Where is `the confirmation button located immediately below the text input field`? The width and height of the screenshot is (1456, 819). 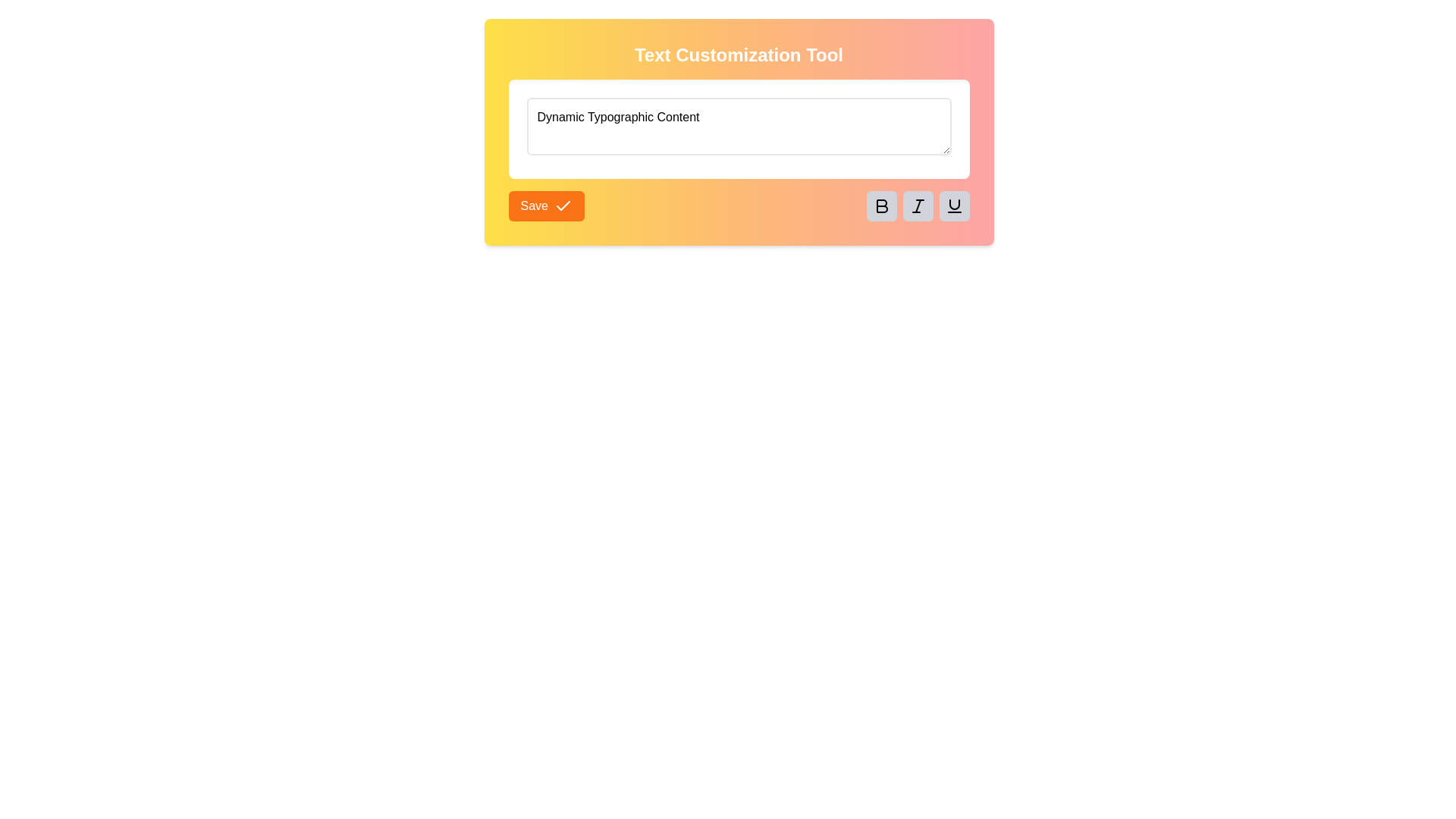
the confirmation button located immediately below the text input field is located at coordinates (546, 206).